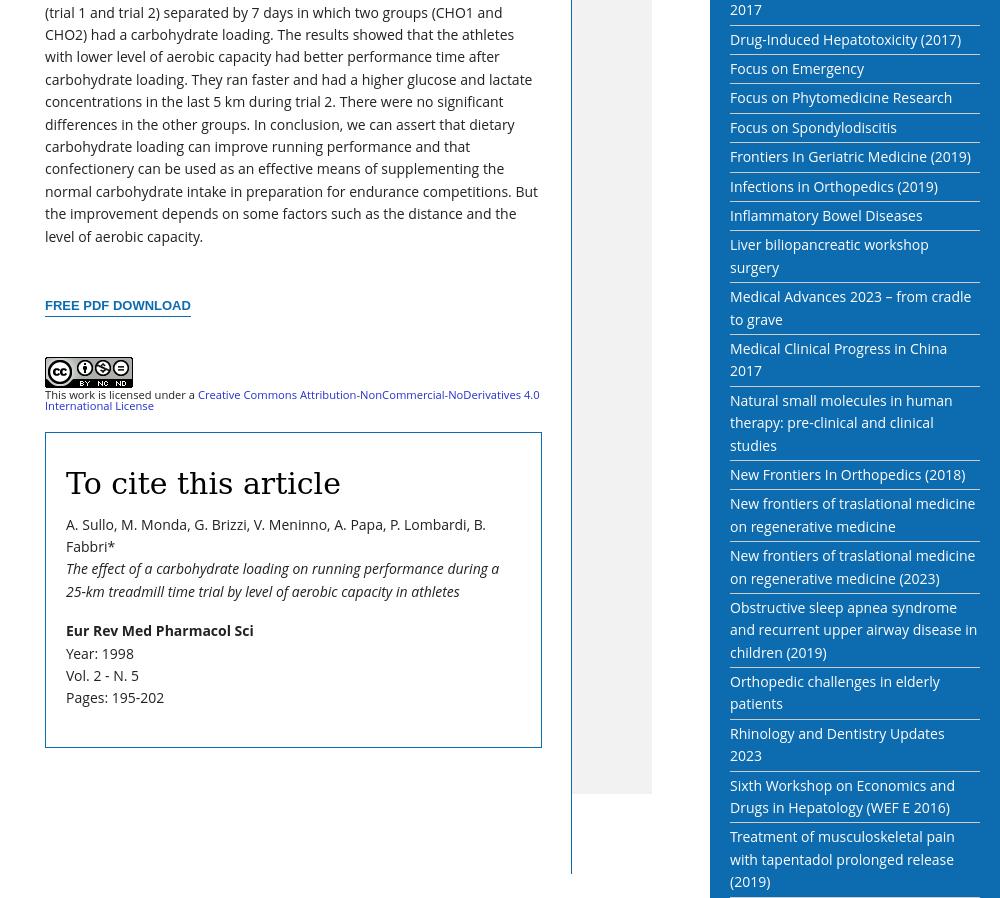 The image size is (1000, 898). What do you see at coordinates (116, 304) in the screenshot?
I see `'Free PDF Download'` at bounding box center [116, 304].